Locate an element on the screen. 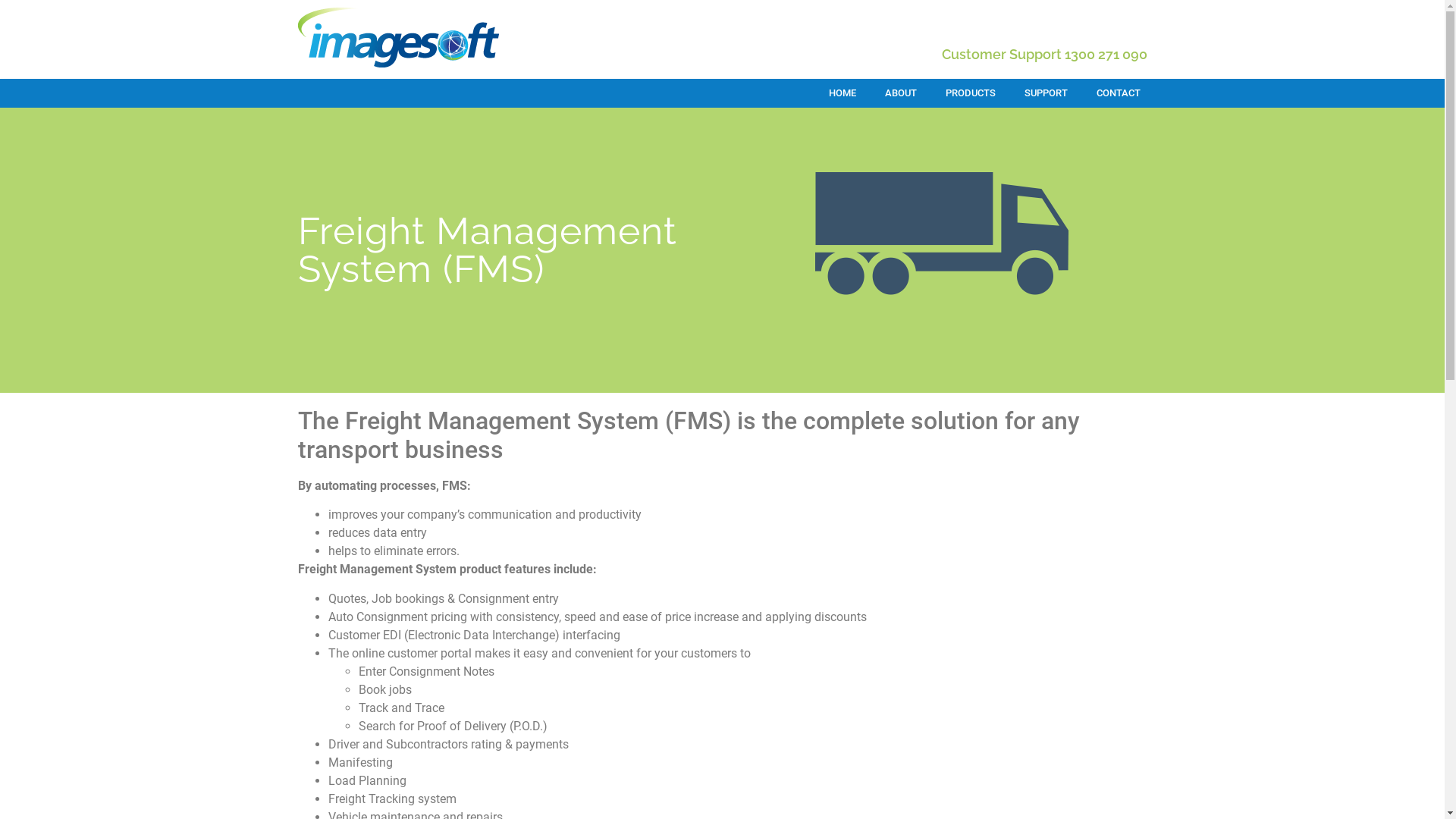 The height and width of the screenshot is (819, 1456). 'SUPPORT' is located at coordinates (1045, 93).